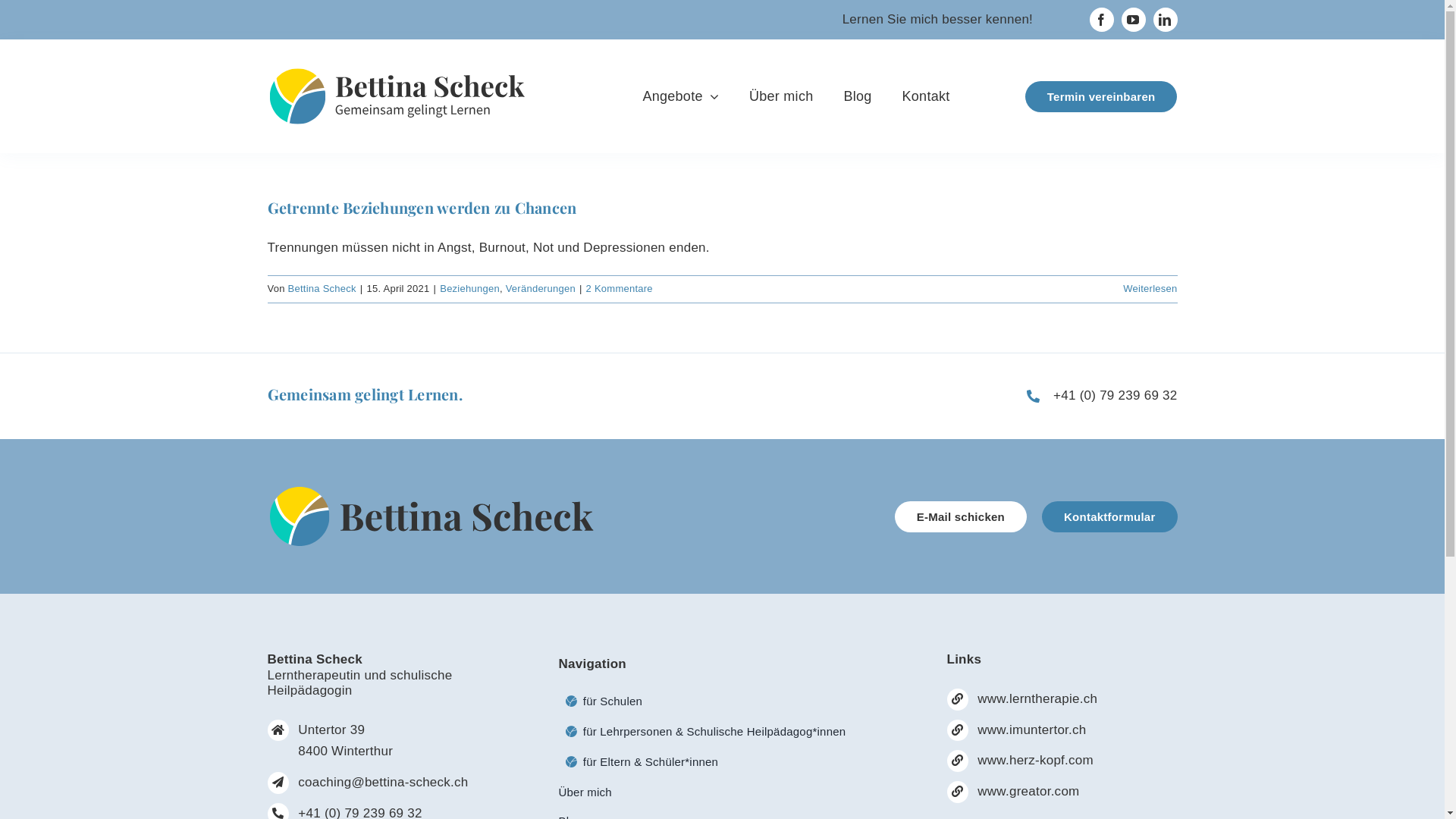 Image resolution: width=1456 pixels, height=819 pixels. I want to click on 'Kontaktformular', so click(1109, 516).